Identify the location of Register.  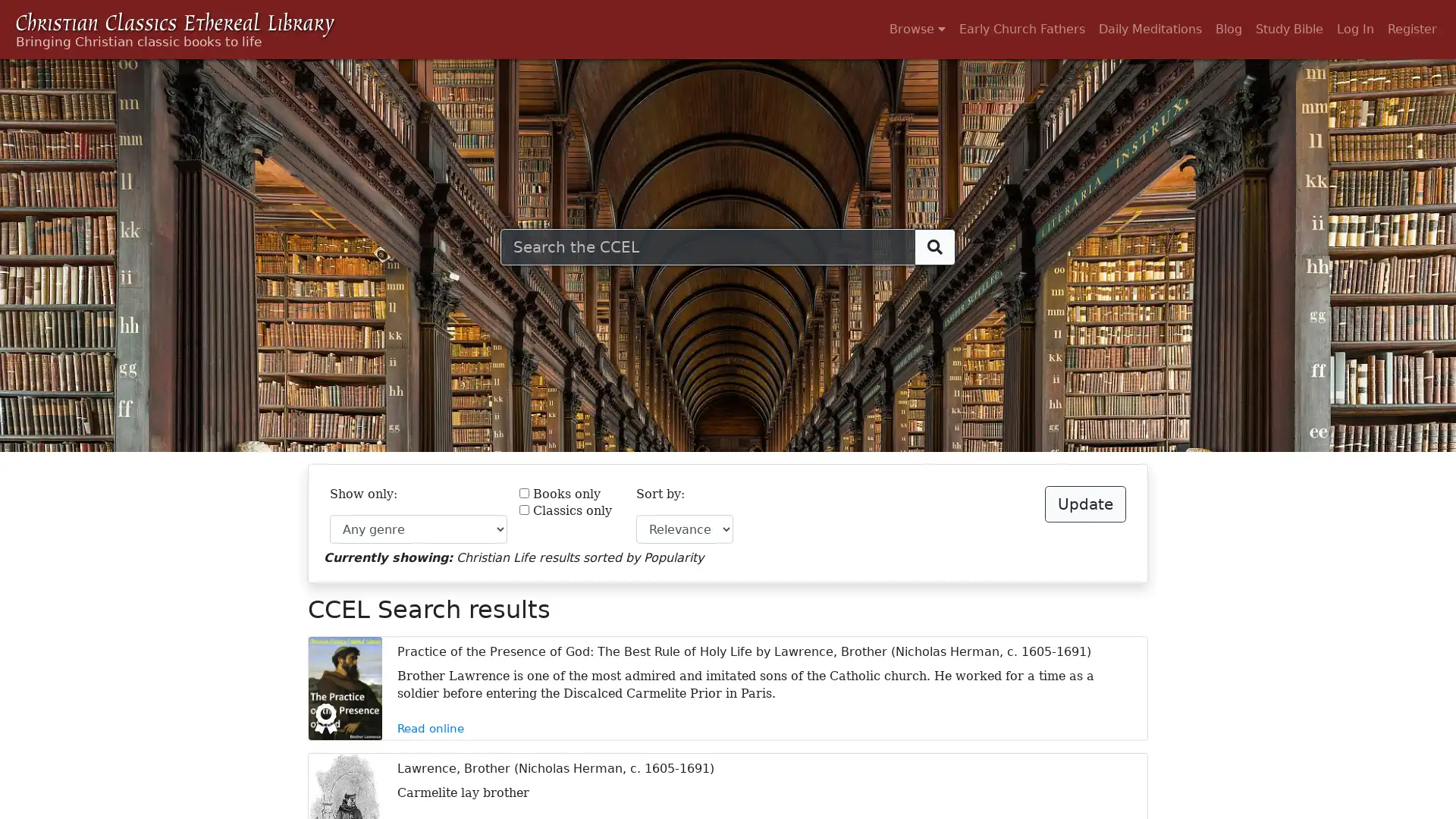
(1411, 29).